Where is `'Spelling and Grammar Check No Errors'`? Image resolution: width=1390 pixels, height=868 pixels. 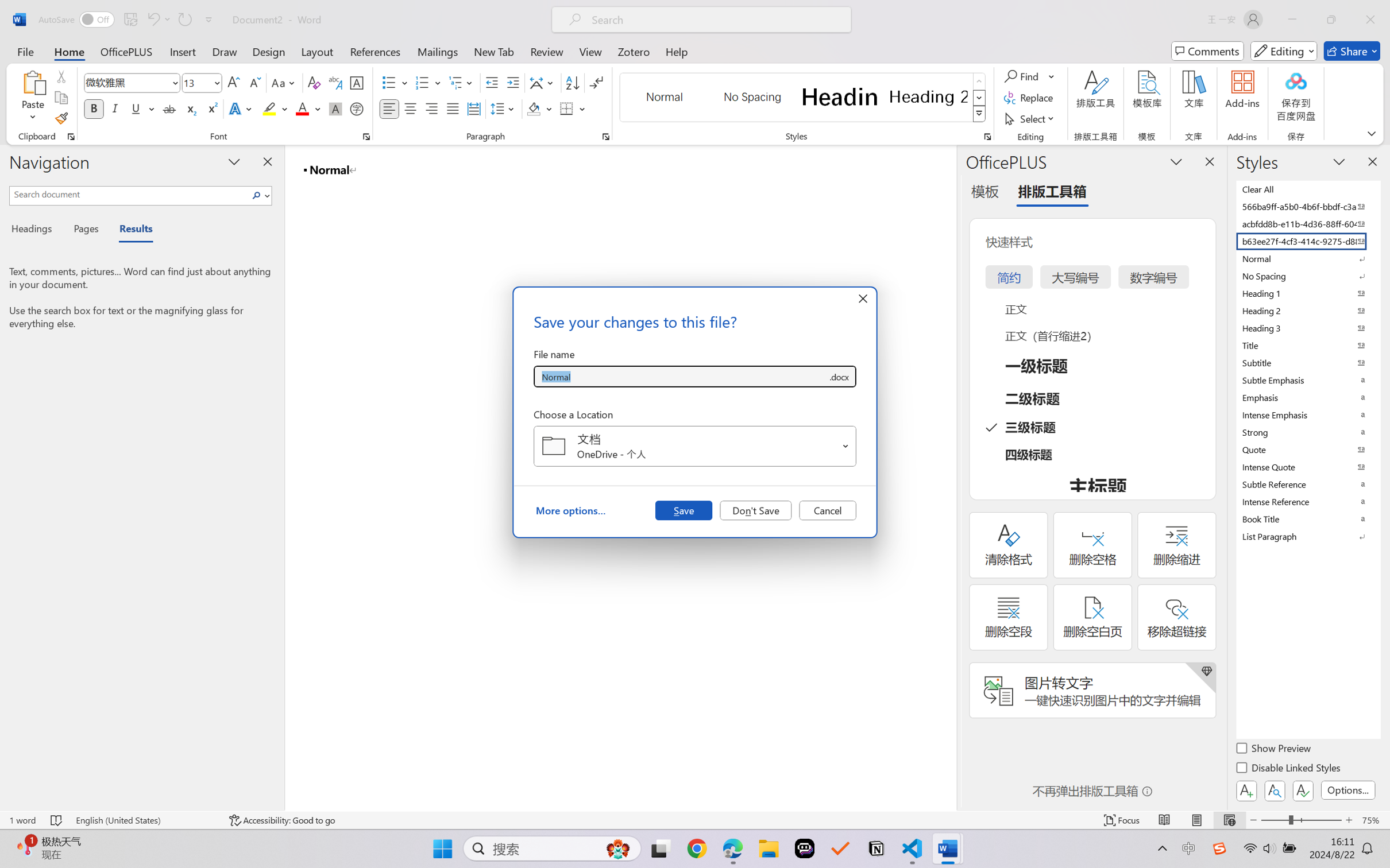
'Spelling and Grammar Check No Errors' is located at coordinates (56, 820).